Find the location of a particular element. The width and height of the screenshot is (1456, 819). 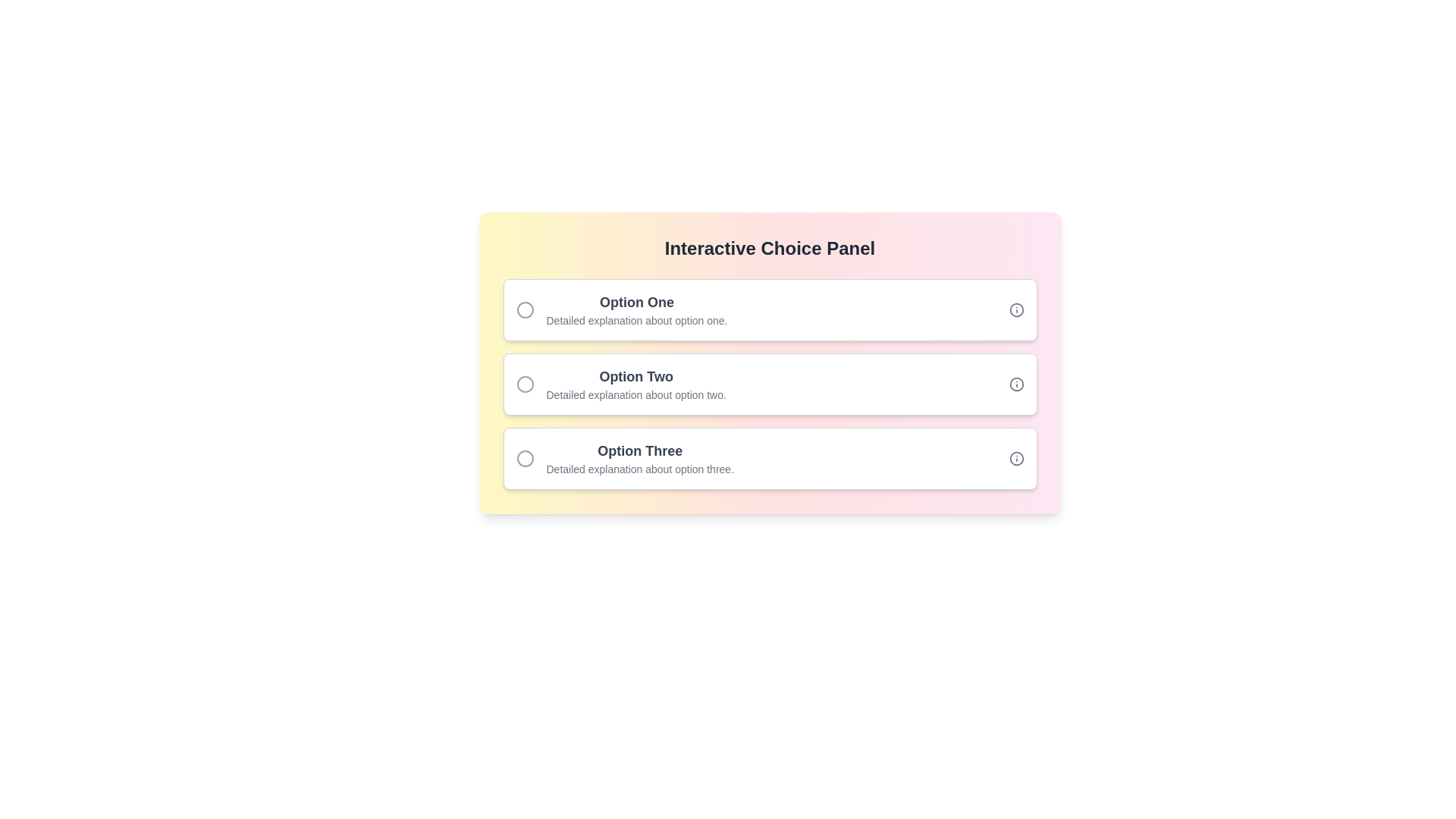

the informational icon located is located at coordinates (1016, 458).